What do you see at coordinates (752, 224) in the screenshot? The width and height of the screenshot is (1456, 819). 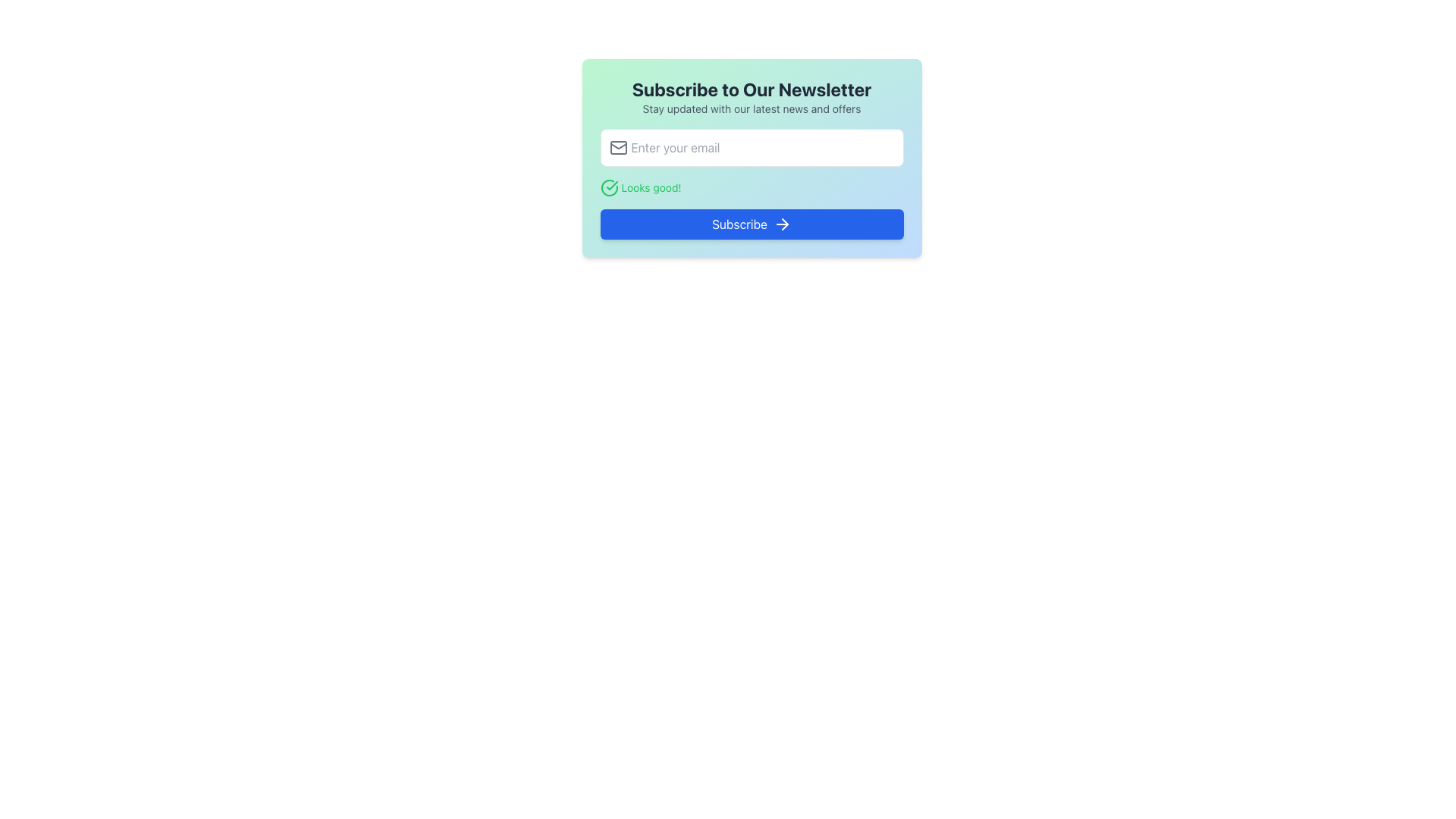 I see `the 'Subscribe' button, which has a bold blue background and white text, to trigger a visual effect` at bounding box center [752, 224].